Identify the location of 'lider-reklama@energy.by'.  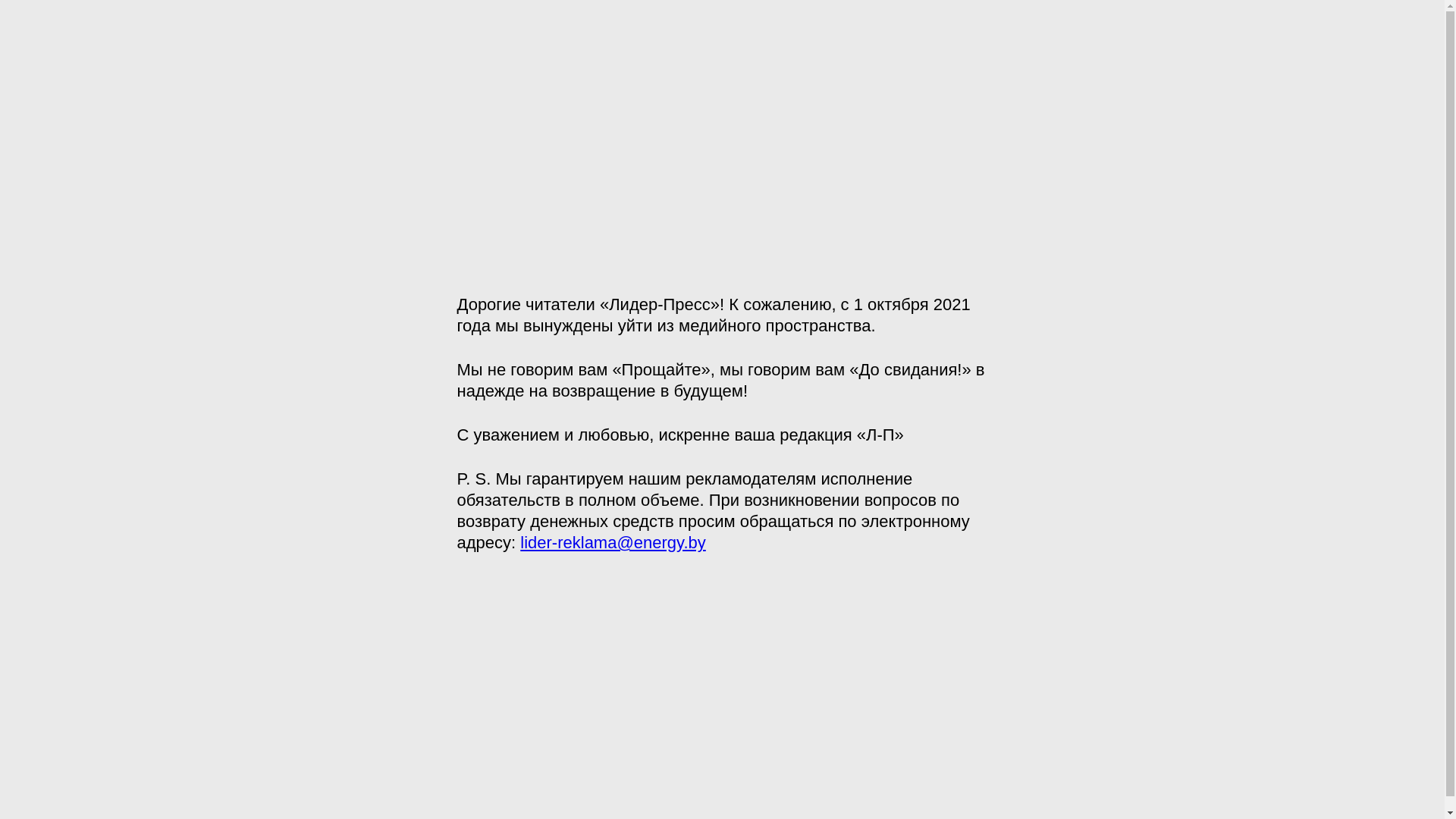
(612, 541).